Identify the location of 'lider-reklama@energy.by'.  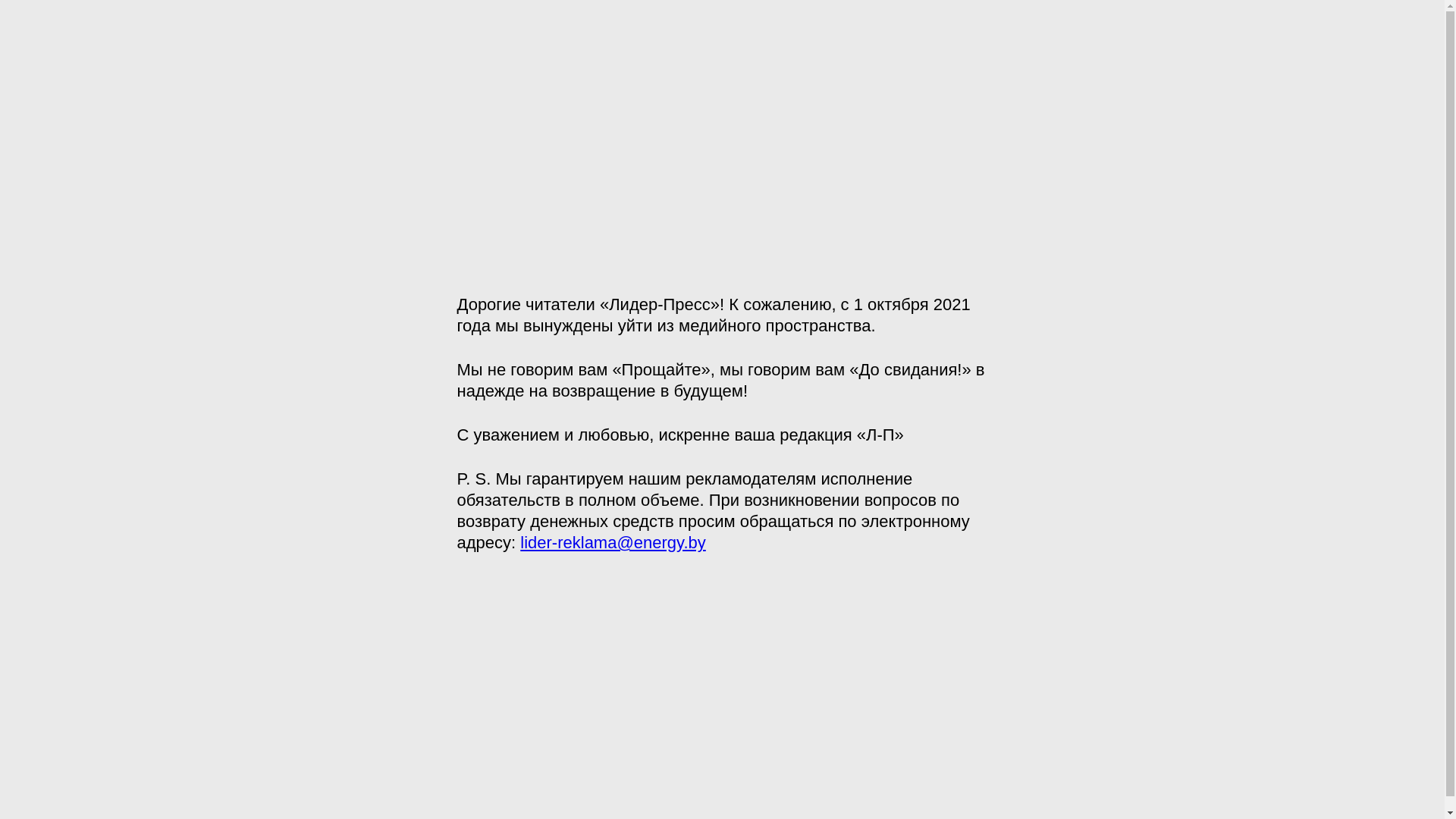
(612, 541).